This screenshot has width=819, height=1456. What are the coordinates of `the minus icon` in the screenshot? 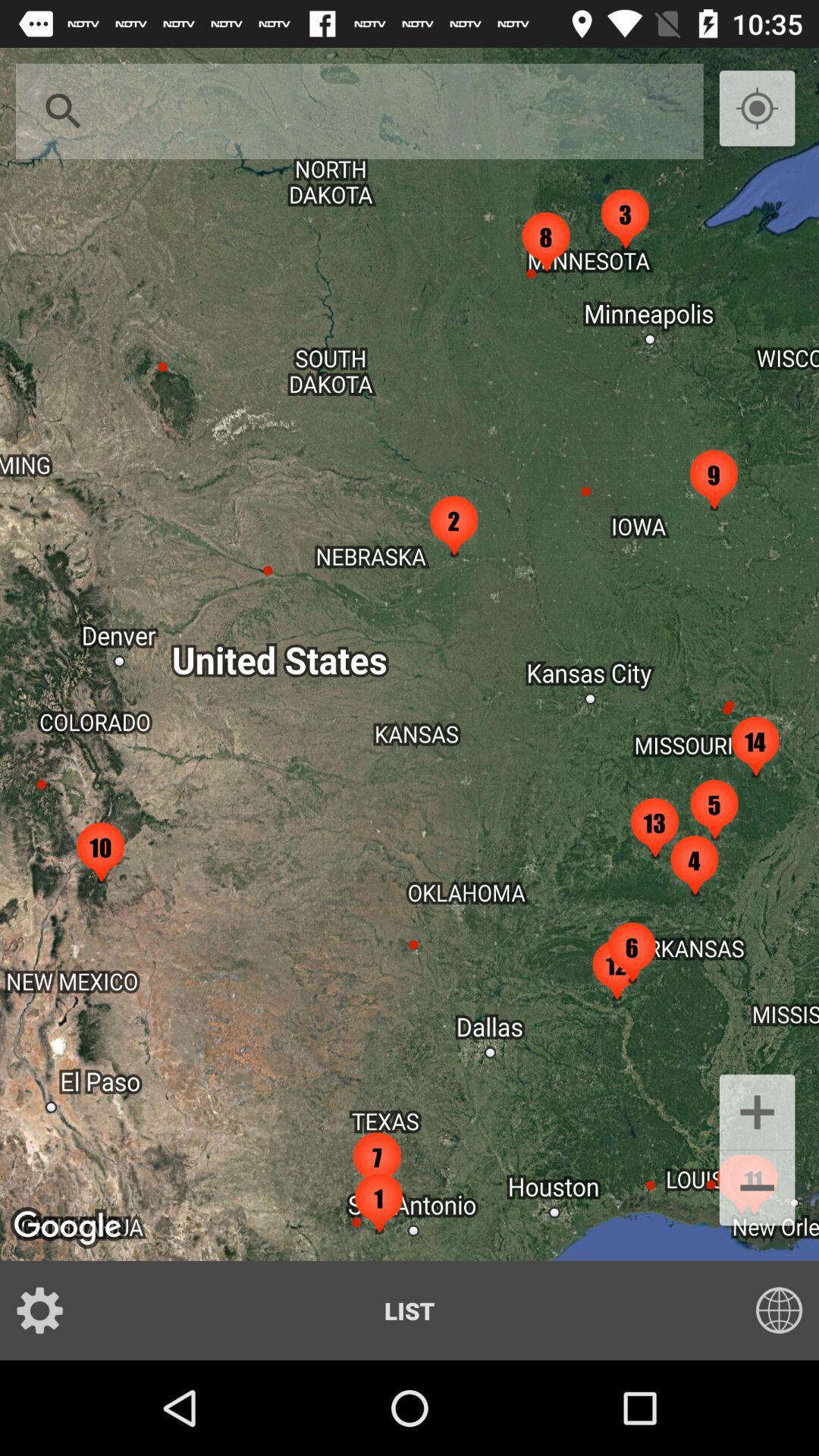 It's located at (757, 1189).